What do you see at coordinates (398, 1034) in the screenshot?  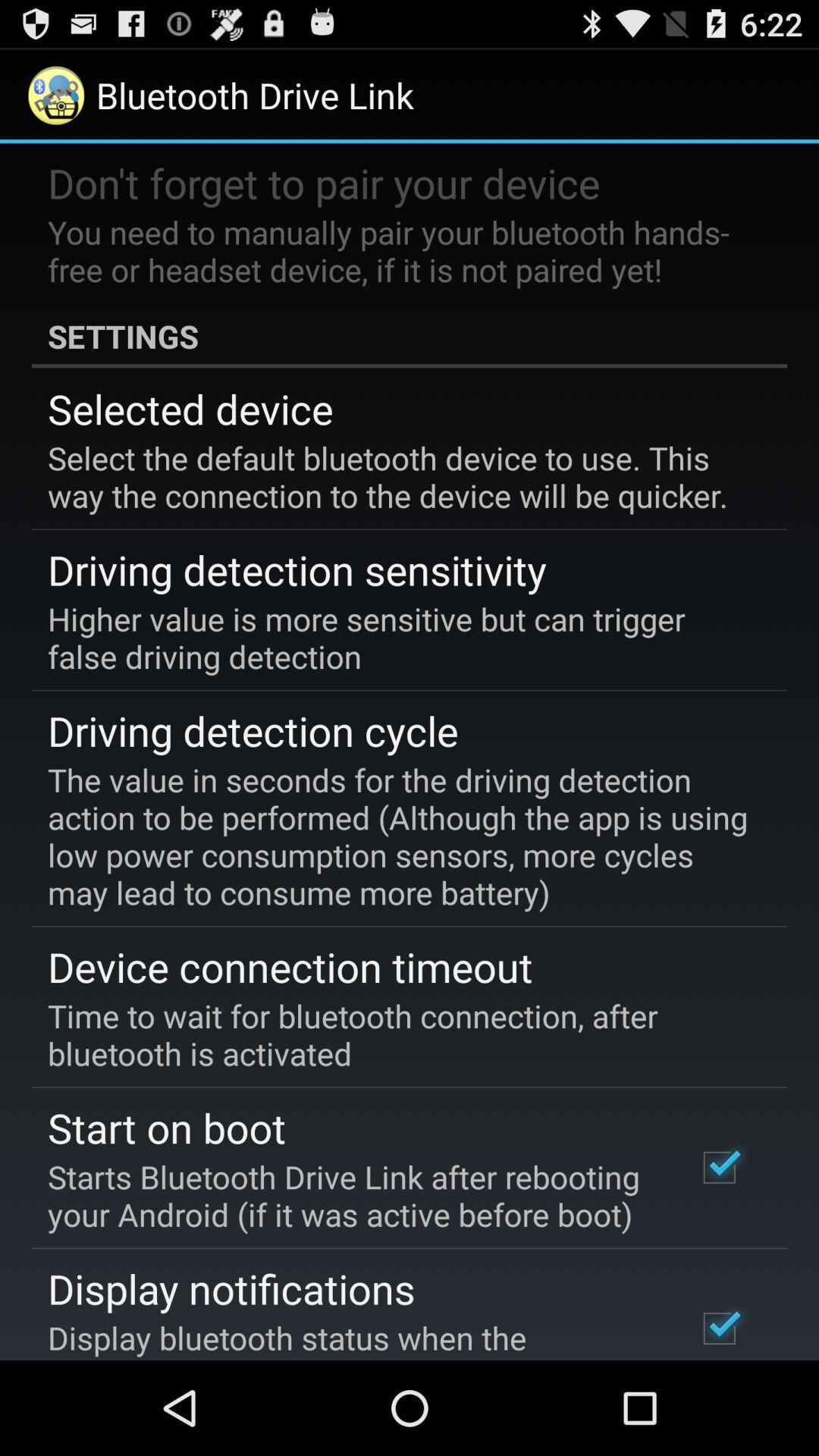 I see `the item above start on boot icon` at bounding box center [398, 1034].